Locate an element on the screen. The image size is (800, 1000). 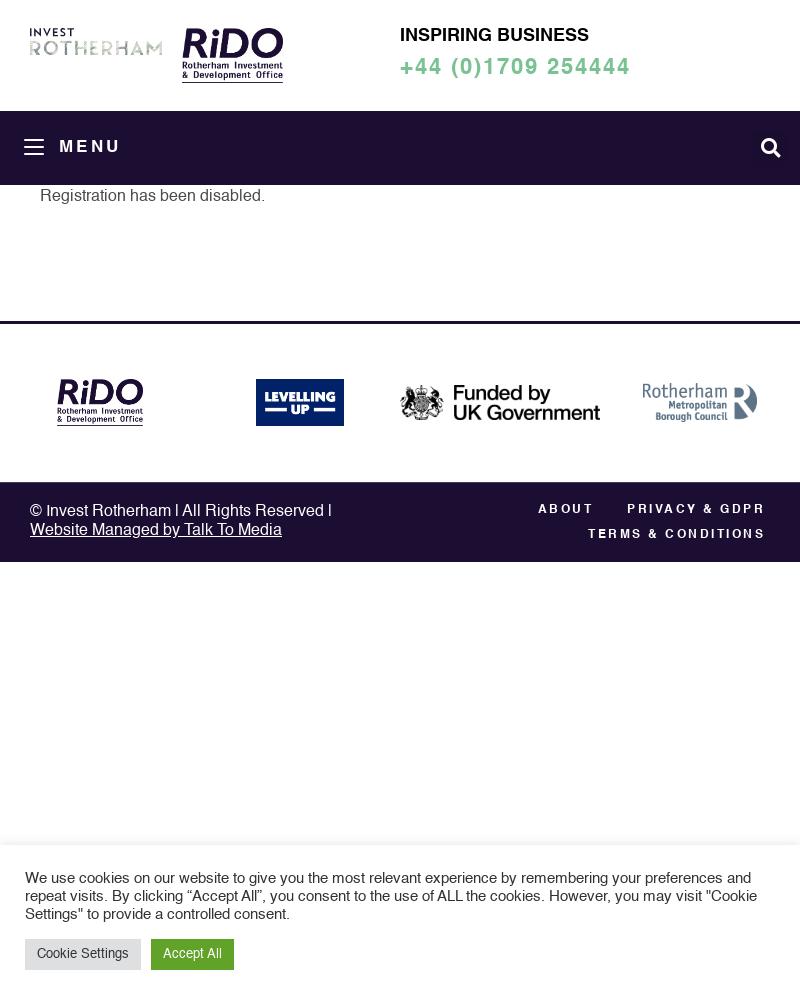
'Terms & Conditions' is located at coordinates (587, 535).